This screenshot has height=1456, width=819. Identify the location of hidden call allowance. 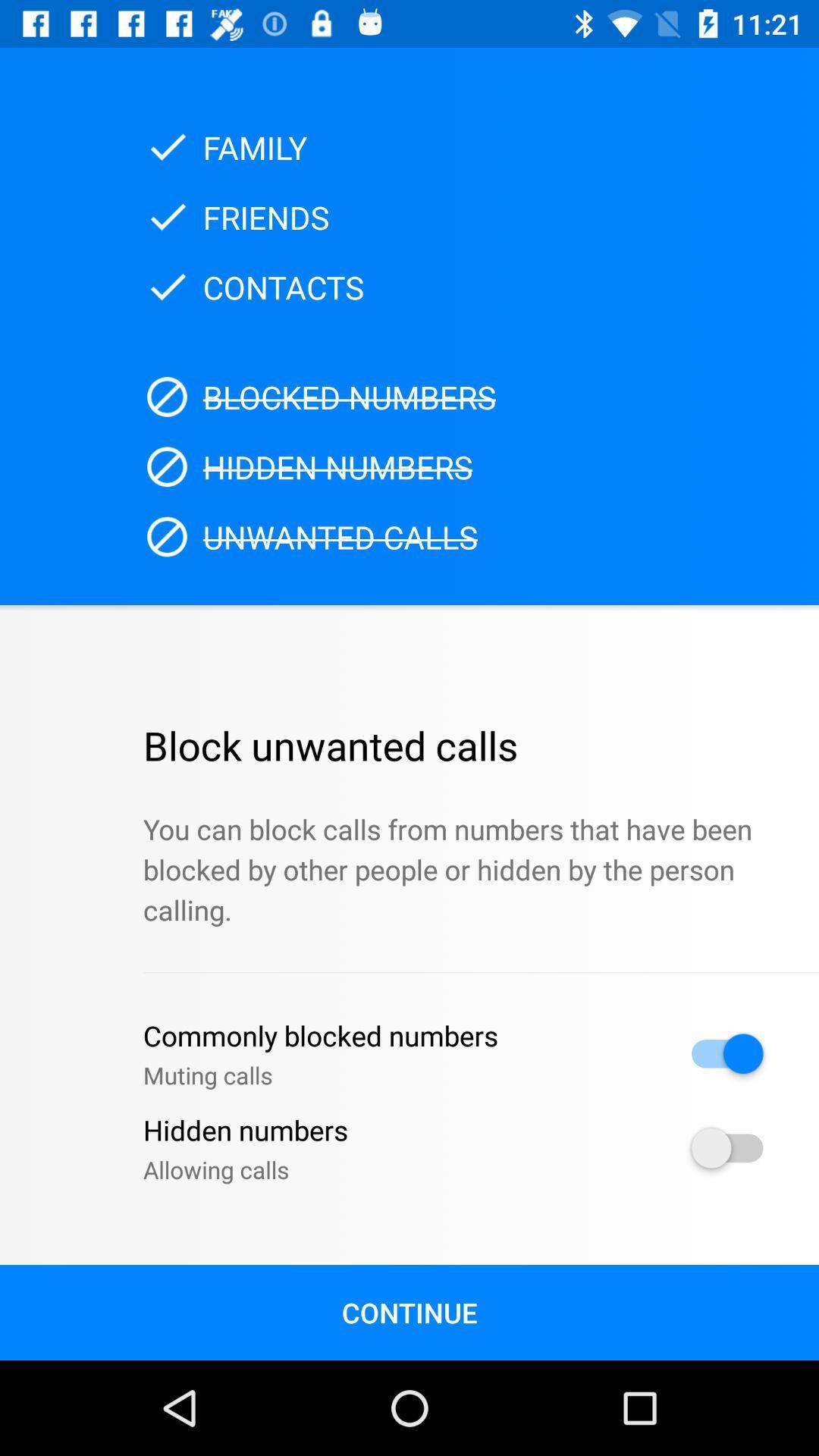
(726, 1148).